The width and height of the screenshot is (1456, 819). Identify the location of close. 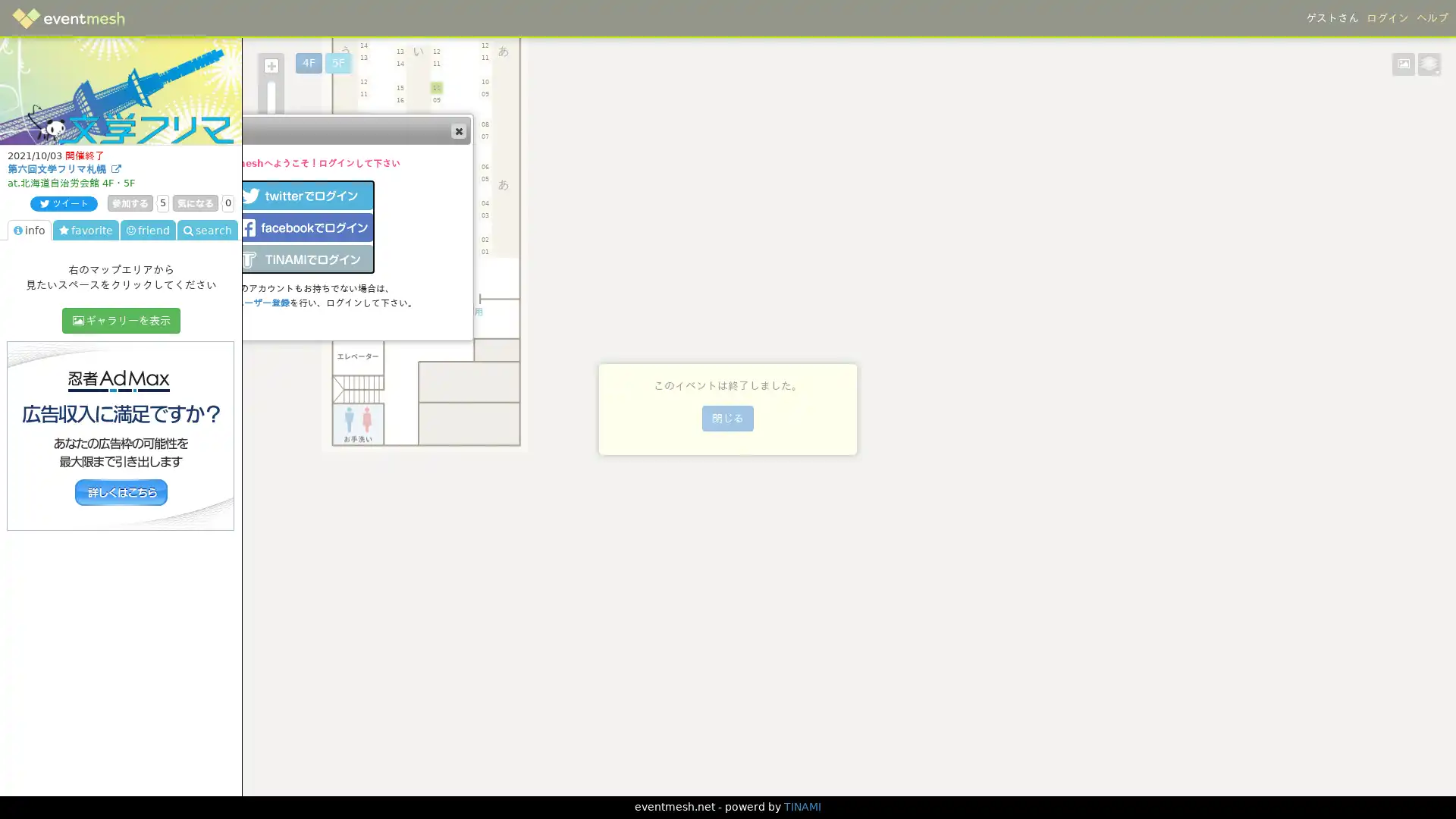
(457, 130).